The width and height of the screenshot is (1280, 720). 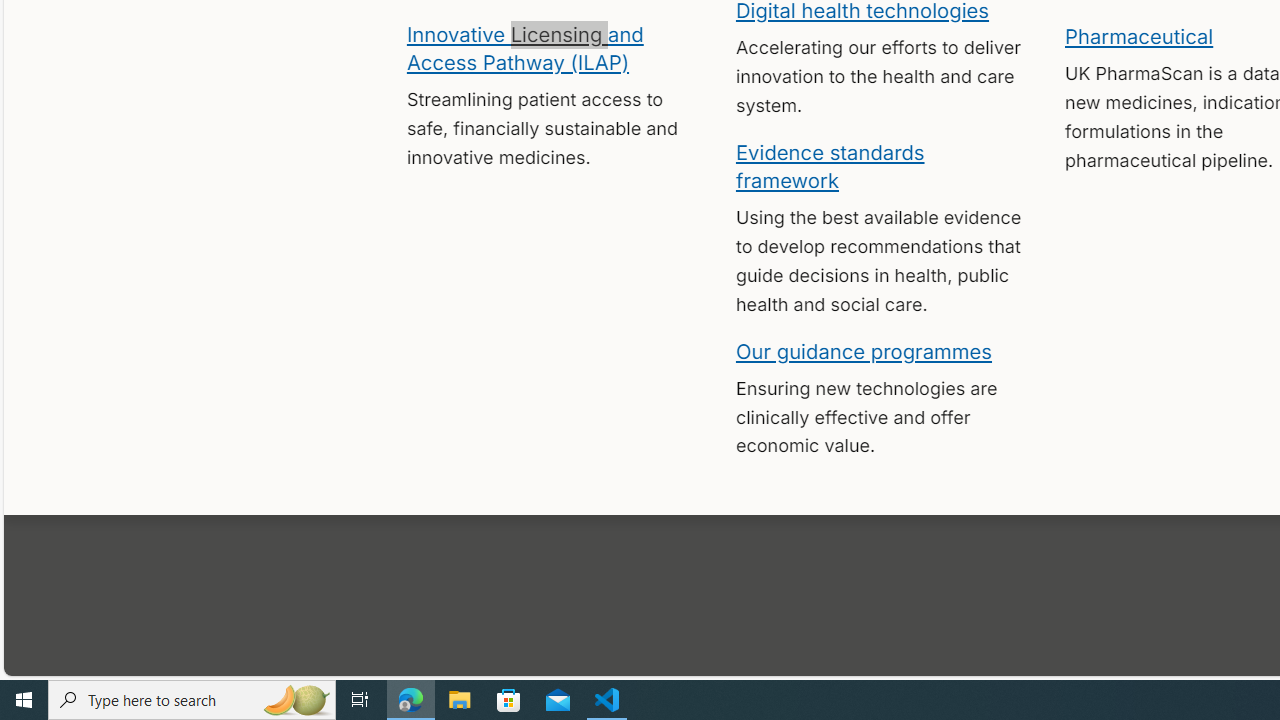 What do you see at coordinates (1139, 36) in the screenshot?
I see `'Pharmaceutical'` at bounding box center [1139, 36].